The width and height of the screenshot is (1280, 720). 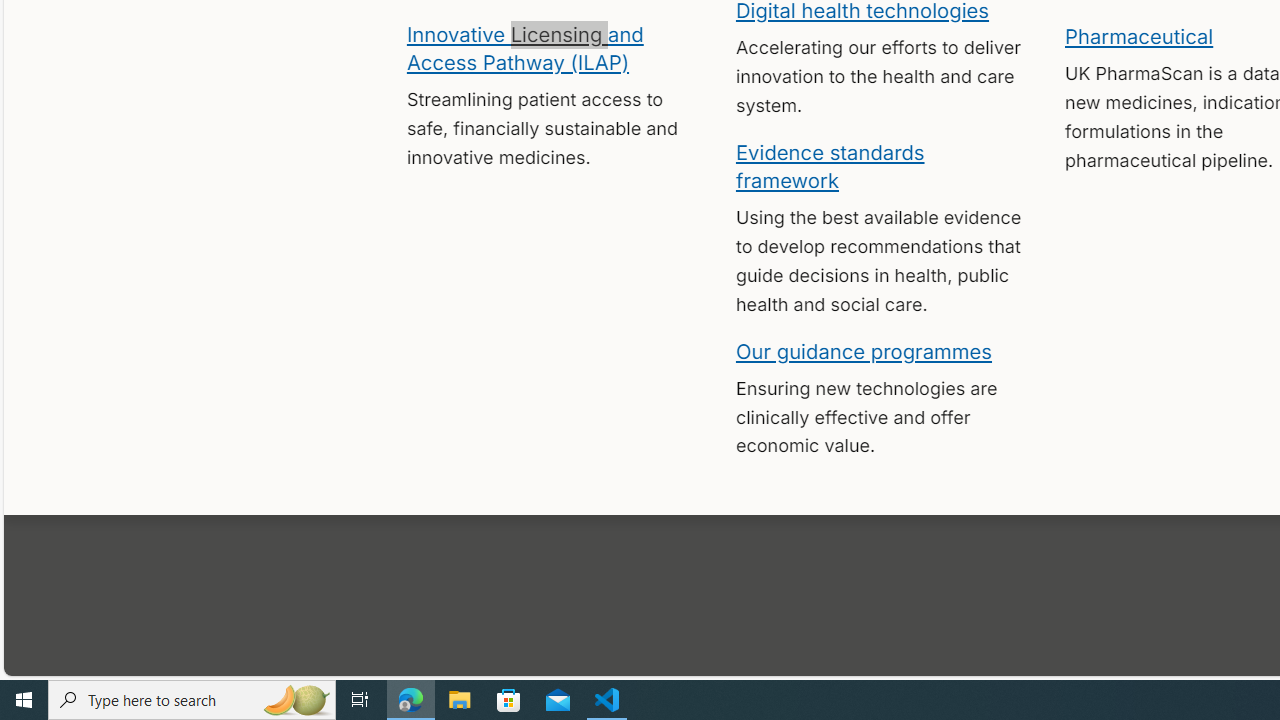 What do you see at coordinates (1139, 36) in the screenshot?
I see `'Pharmaceutical'` at bounding box center [1139, 36].